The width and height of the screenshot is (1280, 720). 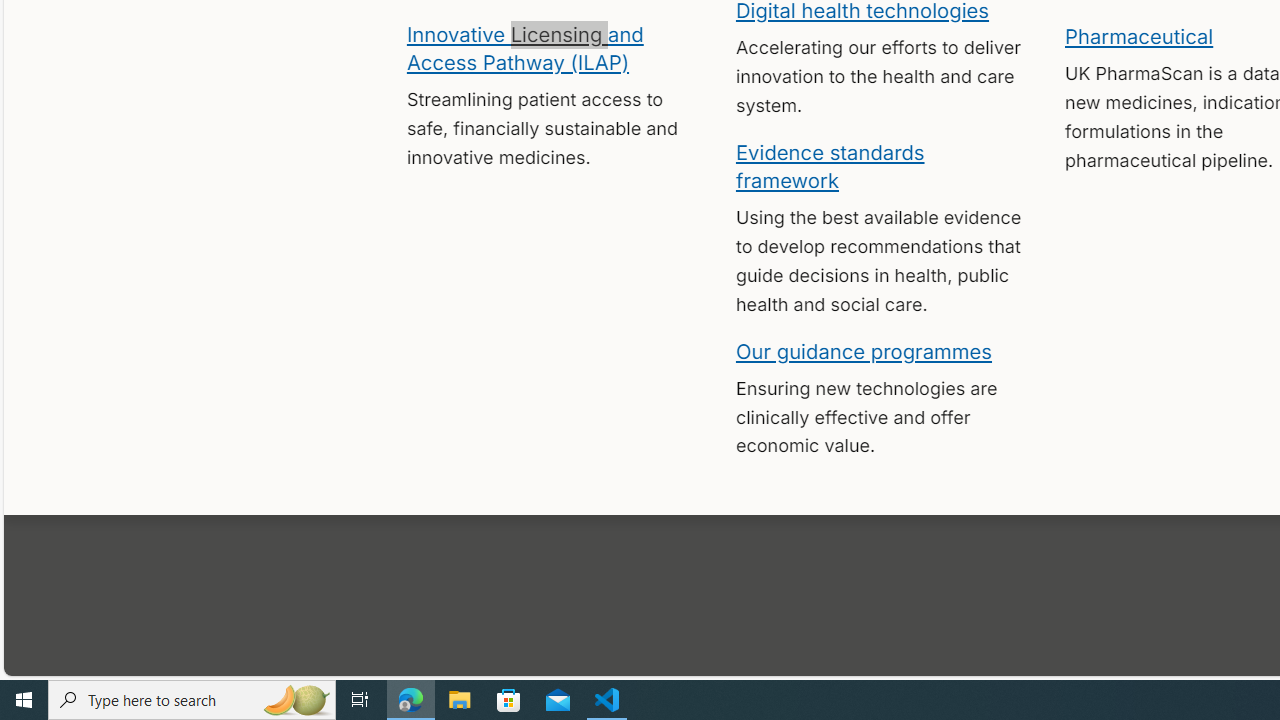 What do you see at coordinates (1139, 36) in the screenshot?
I see `'Pharmaceutical'` at bounding box center [1139, 36].